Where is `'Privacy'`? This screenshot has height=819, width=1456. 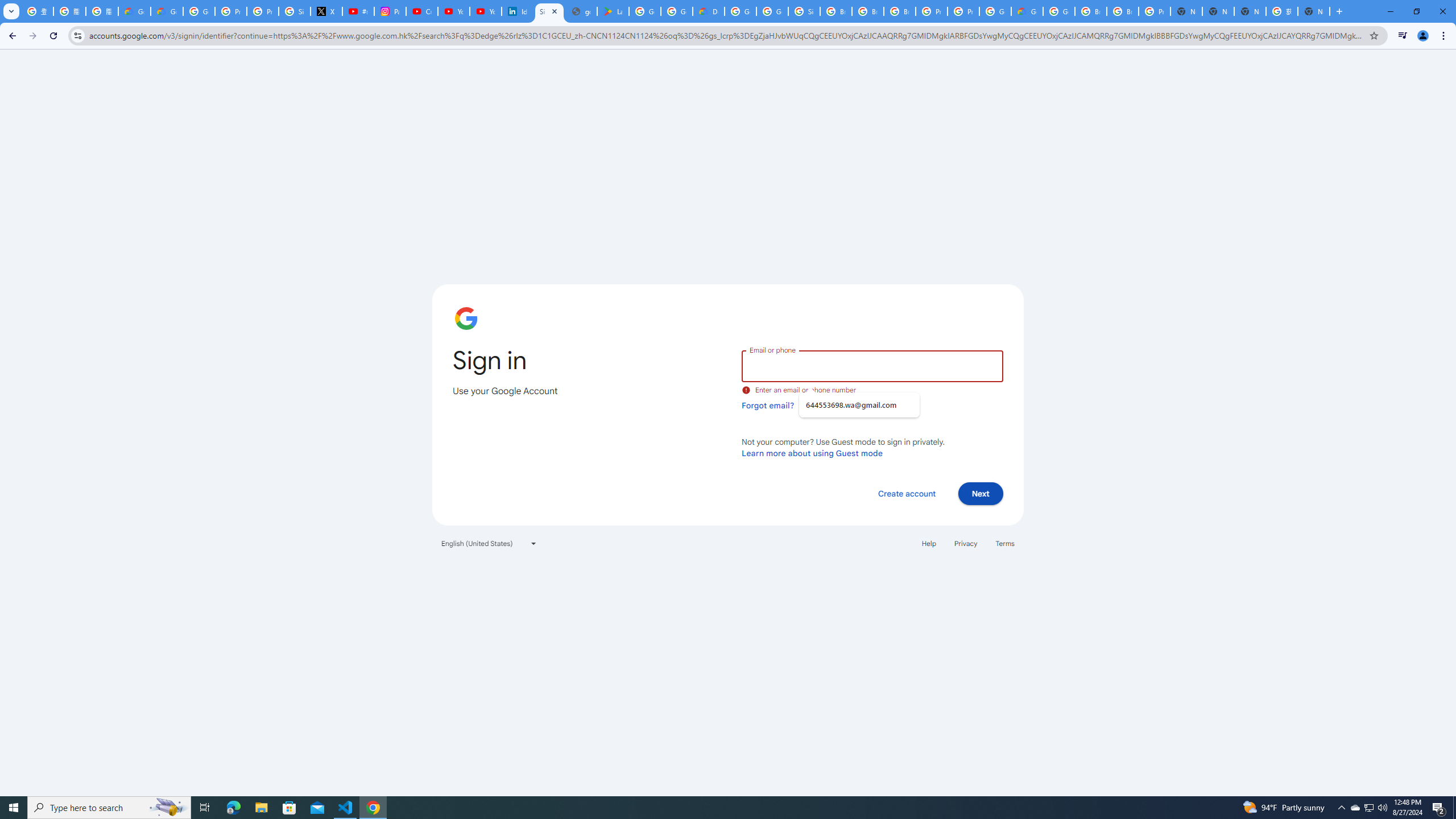
'Privacy' is located at coordinates (965, 543).